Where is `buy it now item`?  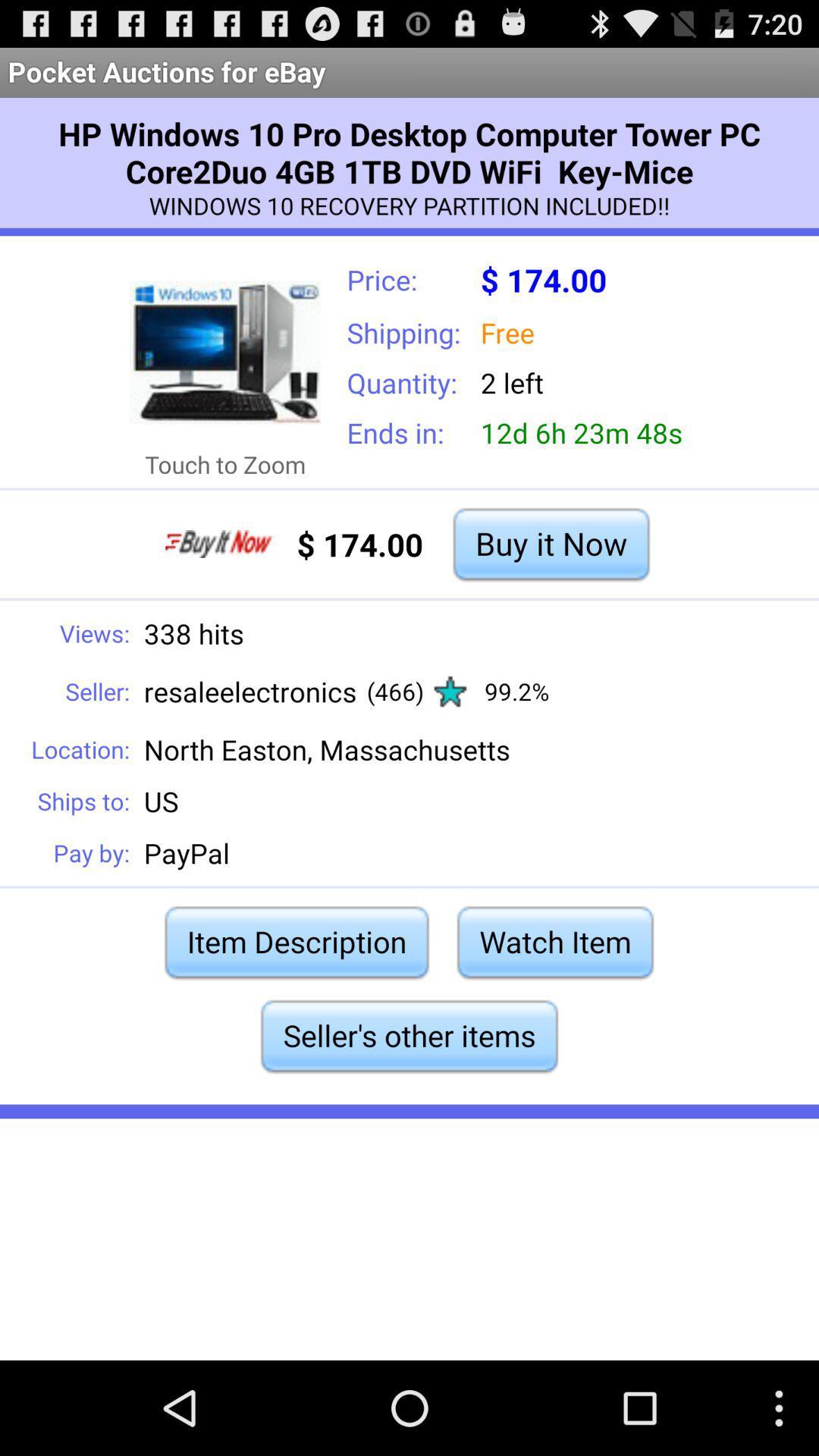
buy it now item is located at coordinates (551, 544).